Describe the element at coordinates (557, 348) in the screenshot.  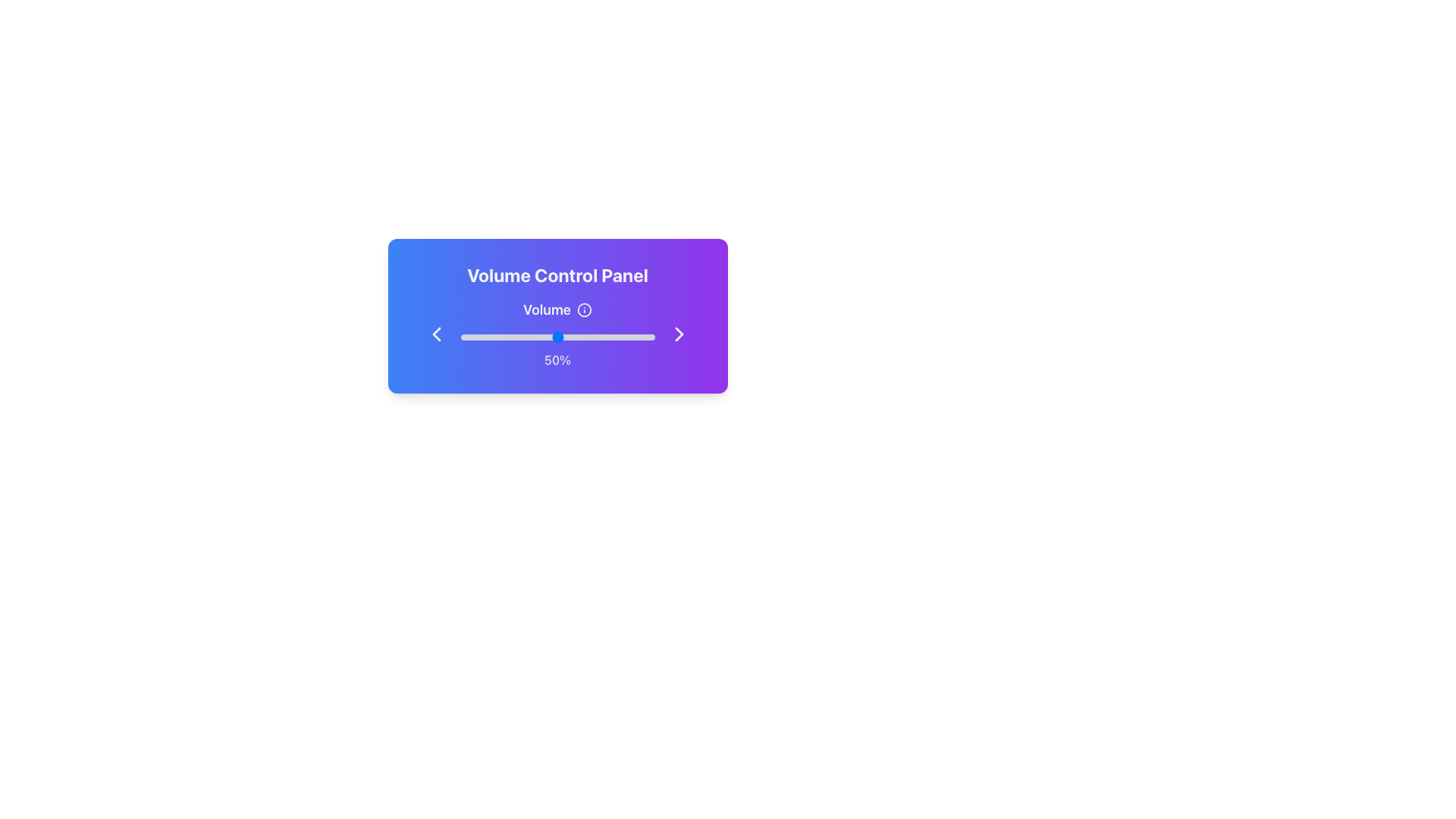
I see `the text label displaying the current slider value of 50% located at the bottom center of the volume control slider` at that location.